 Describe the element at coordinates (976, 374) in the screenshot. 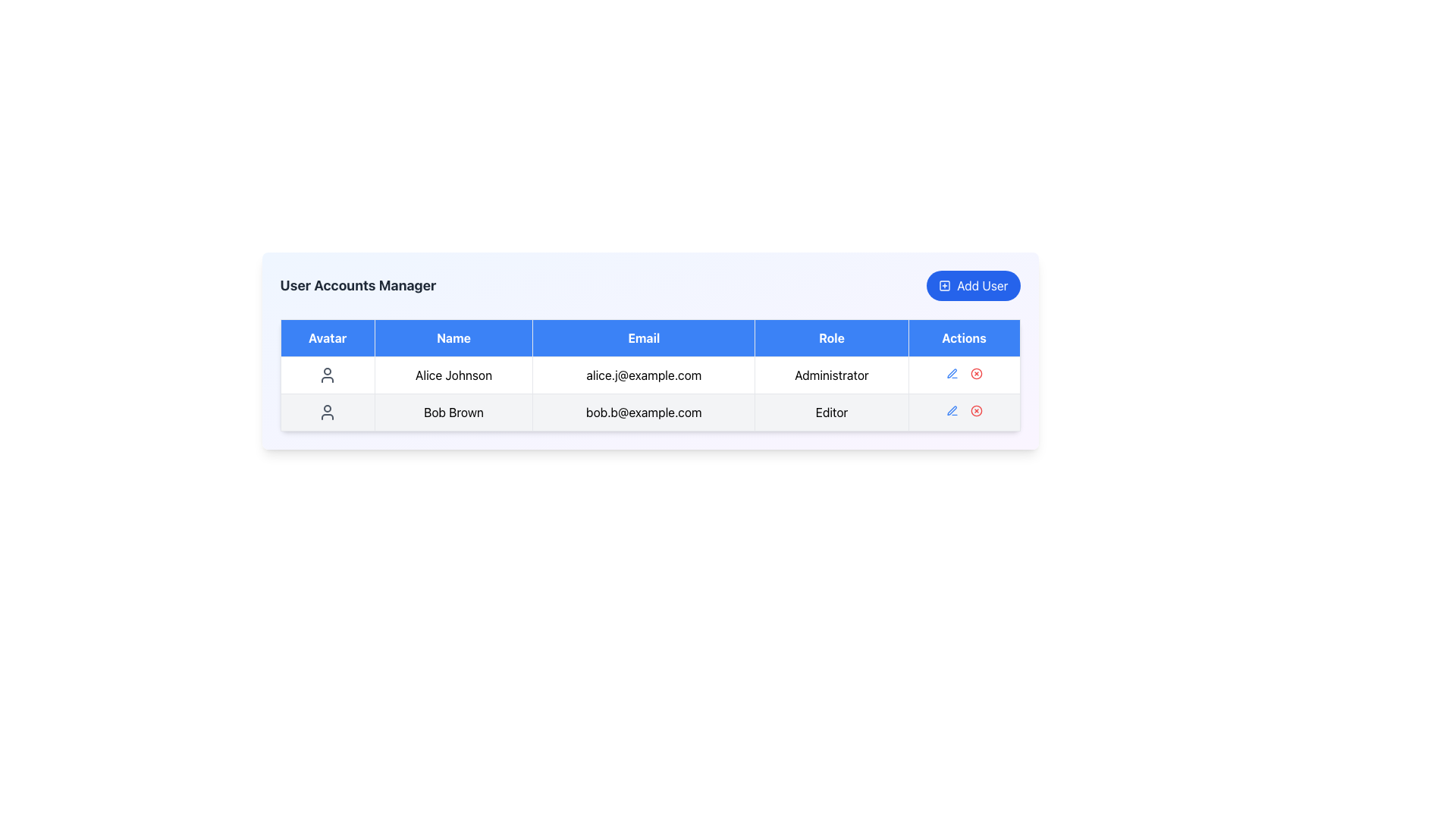

I see `the SVG Circle element representing the close or cancel action in the 'Actions' column of the second row in the user data table` at that location.